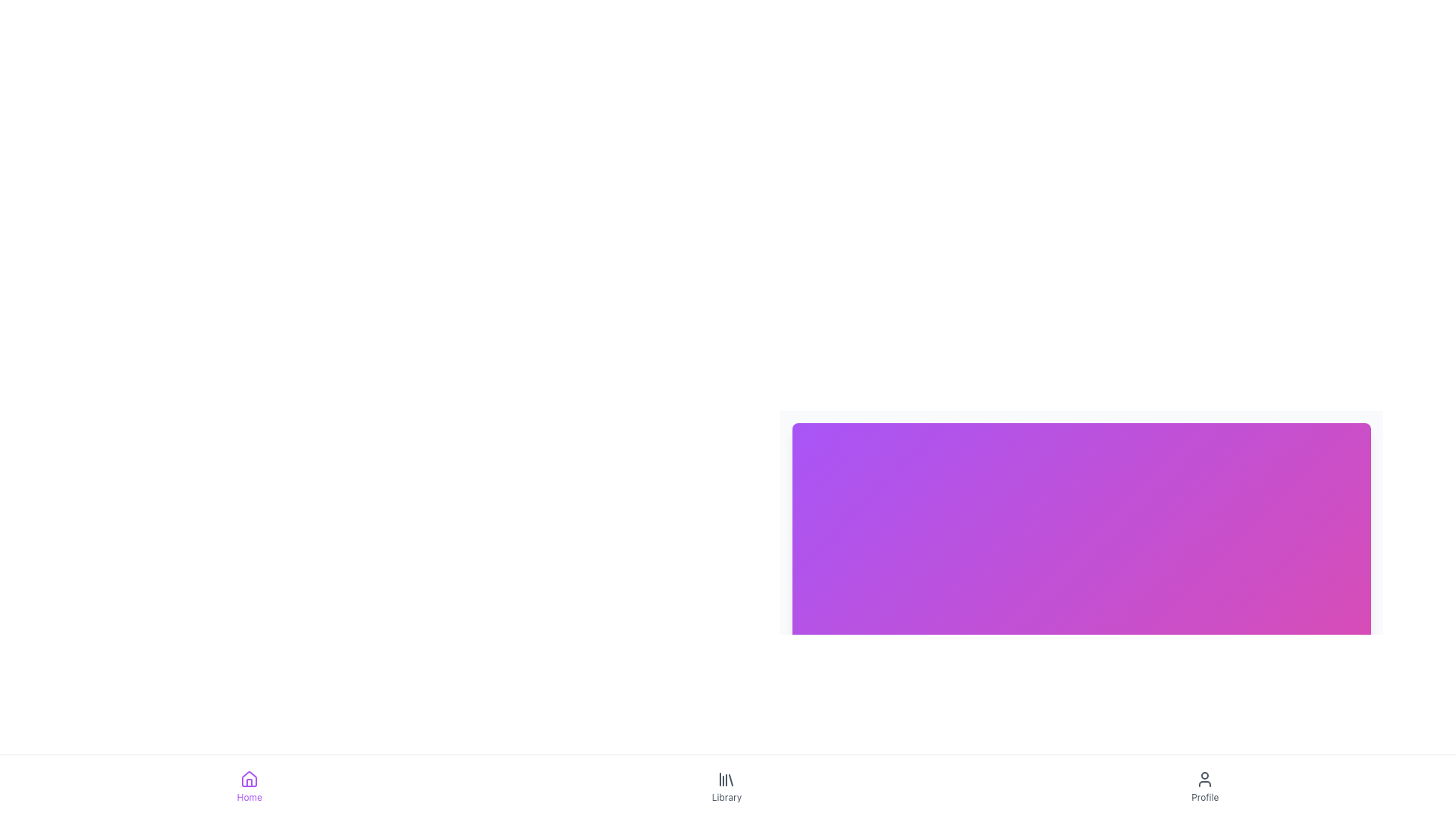 This screenshot has width=1456, height=819. Describe the element at coordinates (249, 780) in the screenshot. I see `the purple outlined house icon in the navigation bar` at that location.